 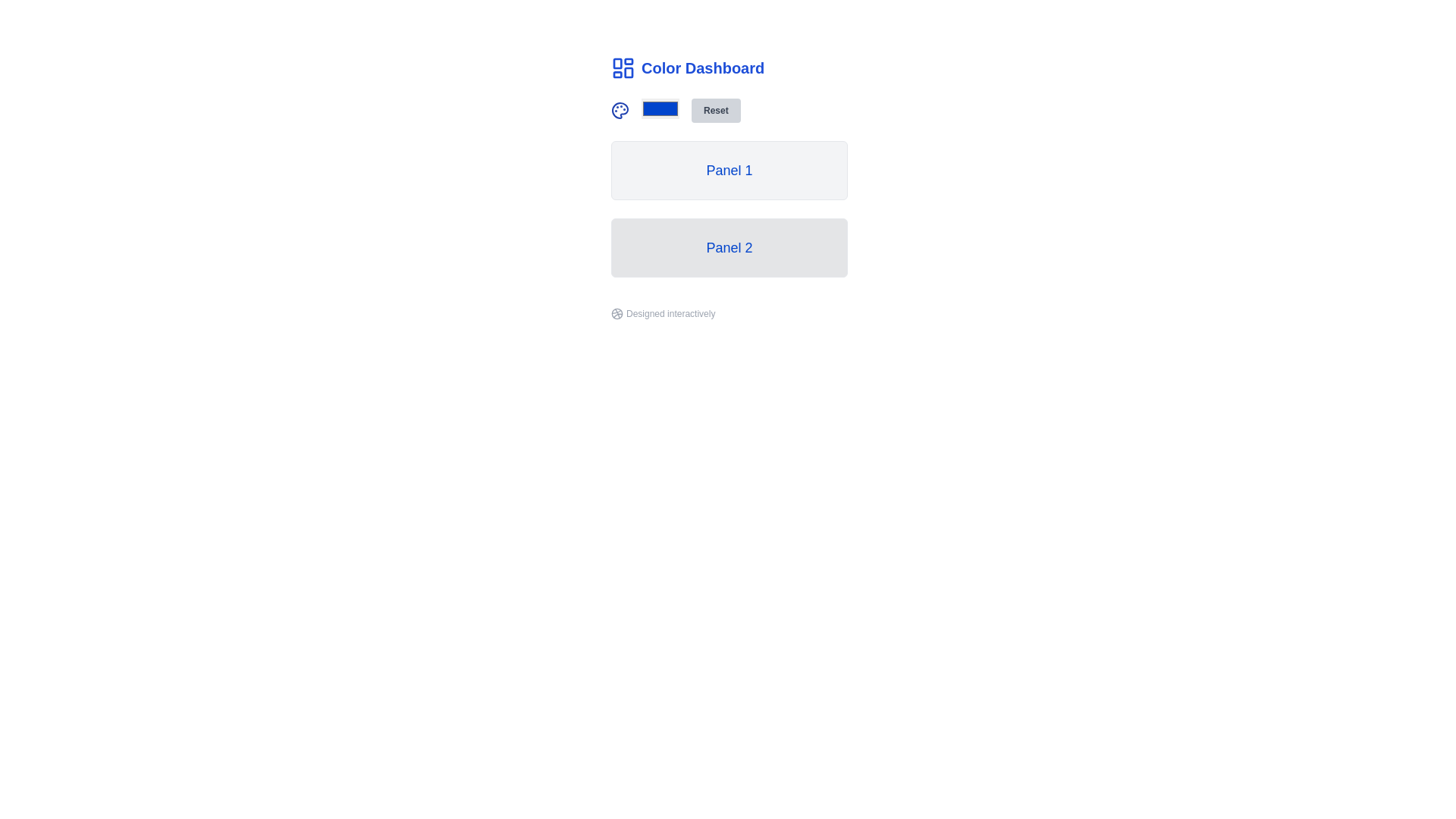 I want to click on the 'Panel 1' section, so click(x=729, y=187).